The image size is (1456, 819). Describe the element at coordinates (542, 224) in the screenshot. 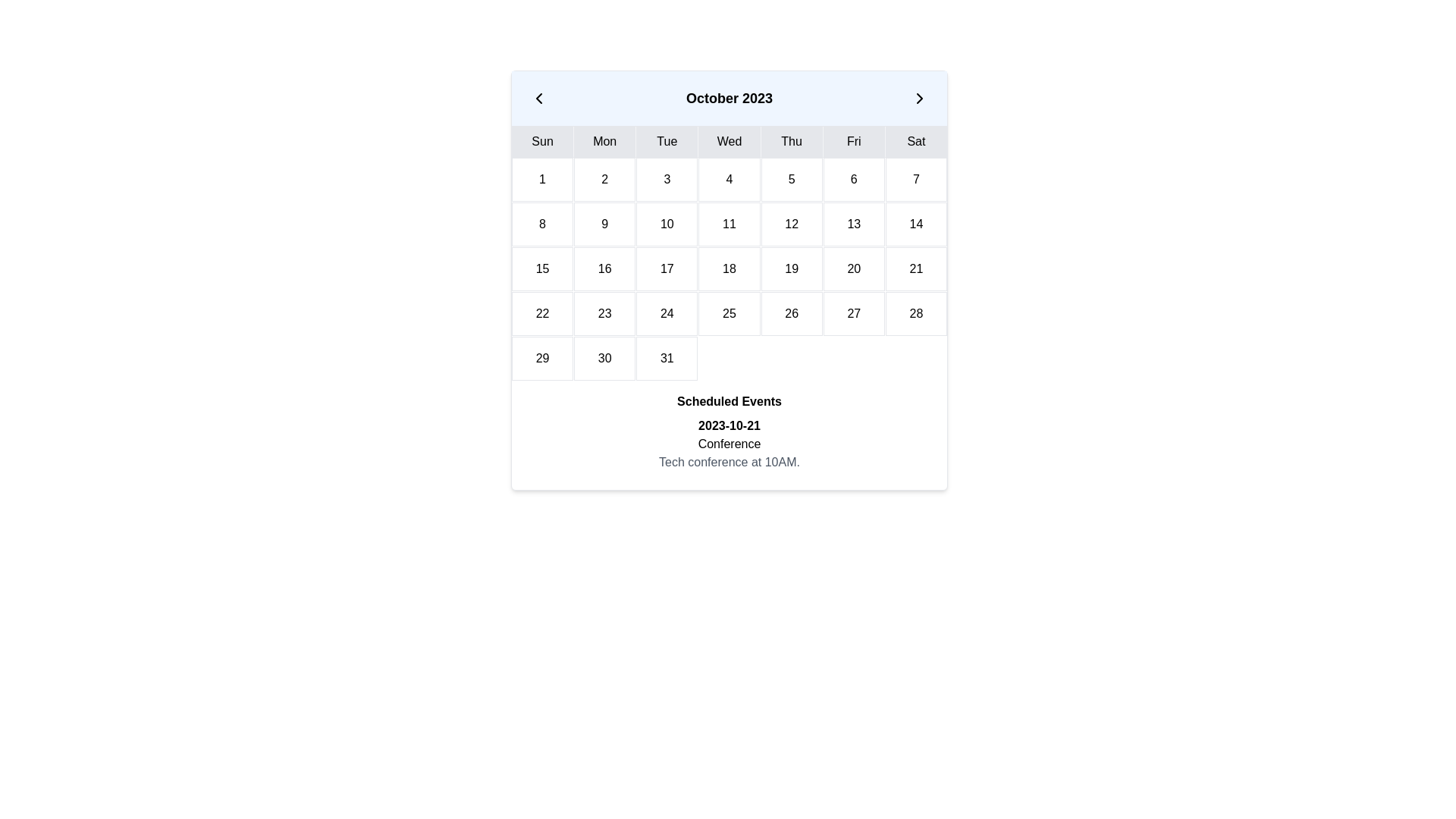

I see `the Calendar date cell displaying the number '8' located in the second row and first column of the grid under the 'Sun' header` at that location.